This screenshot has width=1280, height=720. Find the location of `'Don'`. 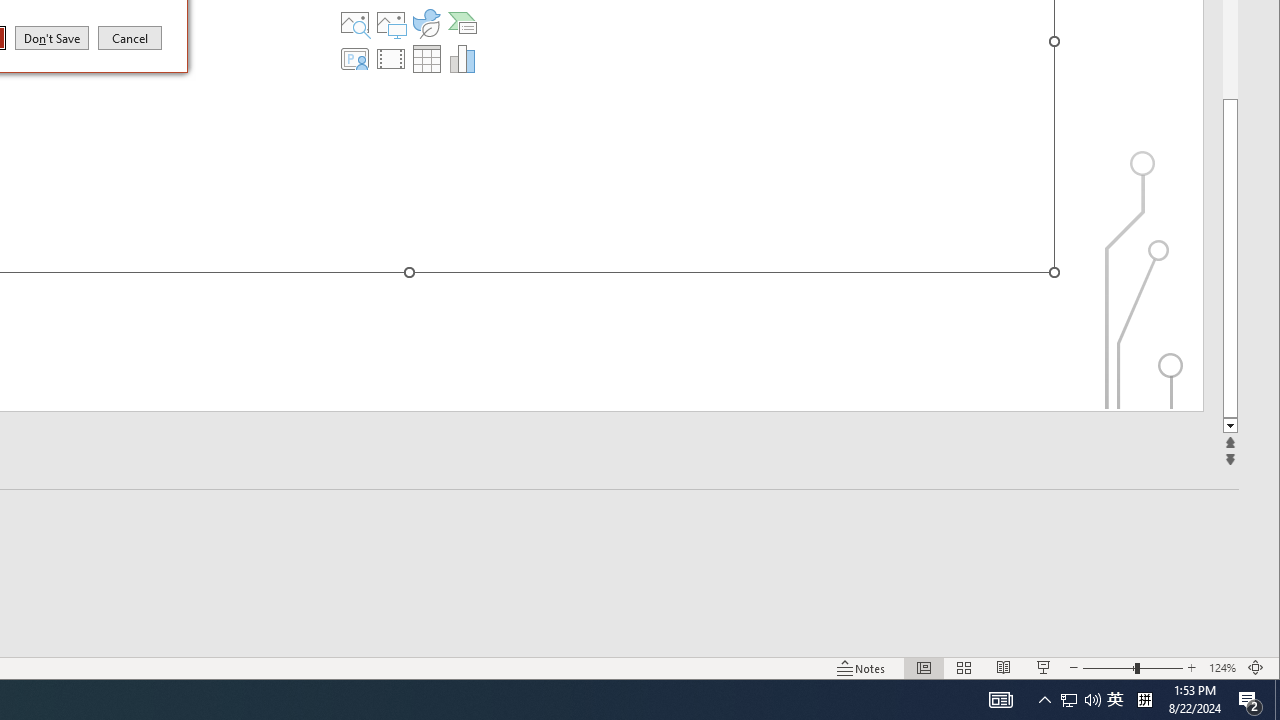

'Don' is located at coordinates (52, 37).